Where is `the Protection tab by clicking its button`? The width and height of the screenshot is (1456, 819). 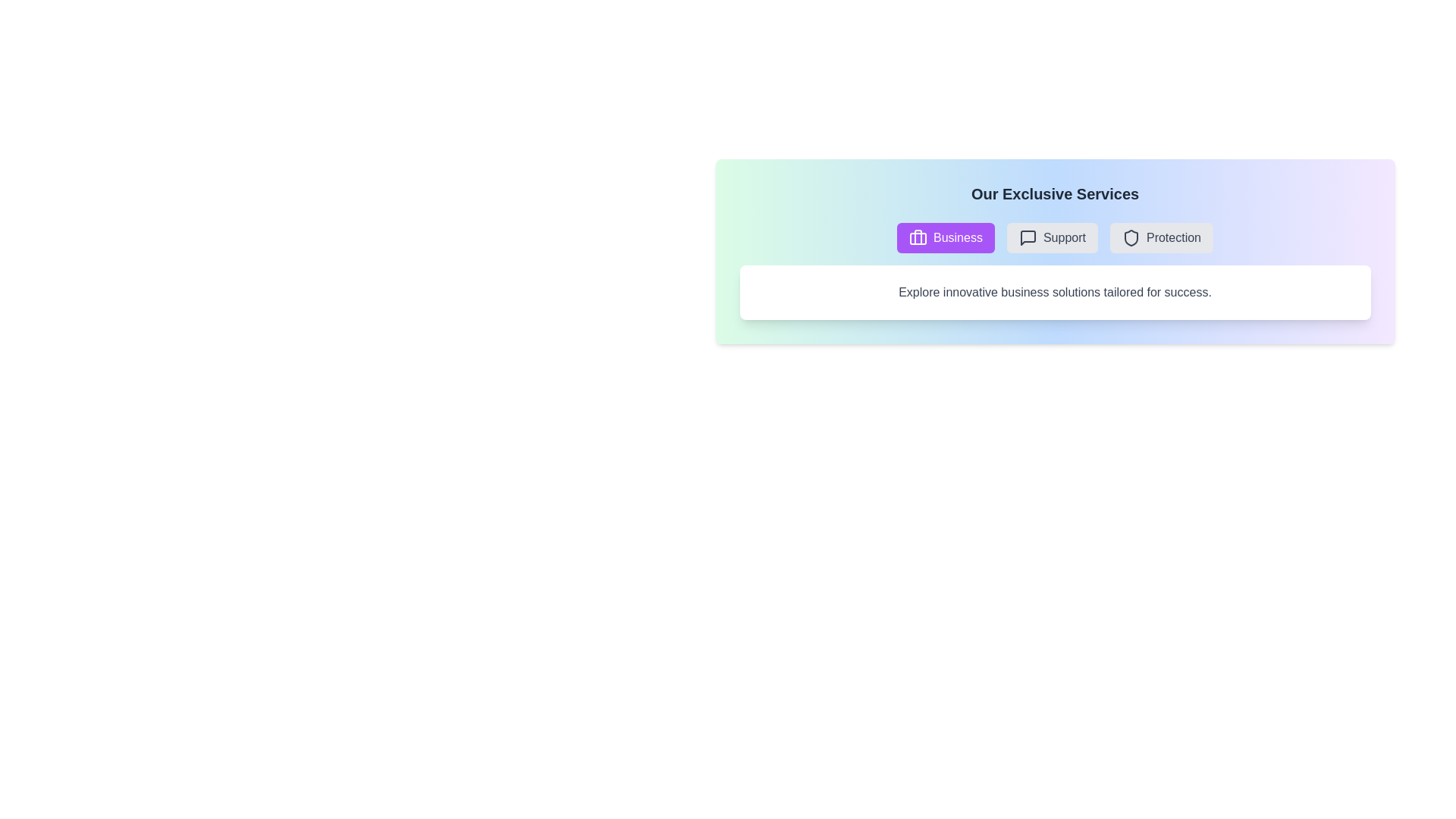
the Protection tab by clicking its button is located at coordinates (1160, 237).